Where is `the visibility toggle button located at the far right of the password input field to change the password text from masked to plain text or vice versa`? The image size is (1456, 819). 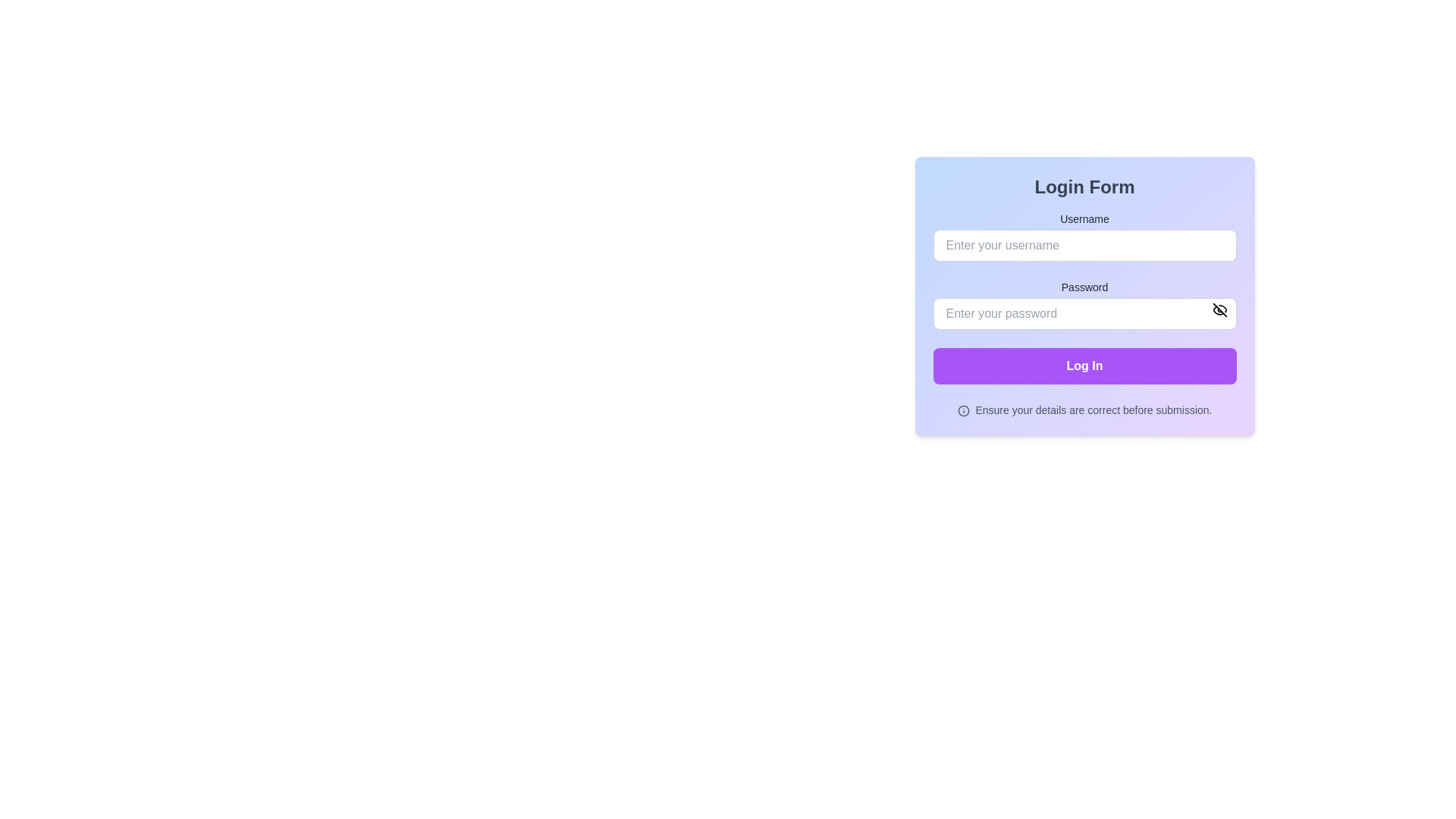 the visibility toggle button located at the far right of the password input field to change the password text from masked to plain text or vice versa is located at coordinates (1219, 309).